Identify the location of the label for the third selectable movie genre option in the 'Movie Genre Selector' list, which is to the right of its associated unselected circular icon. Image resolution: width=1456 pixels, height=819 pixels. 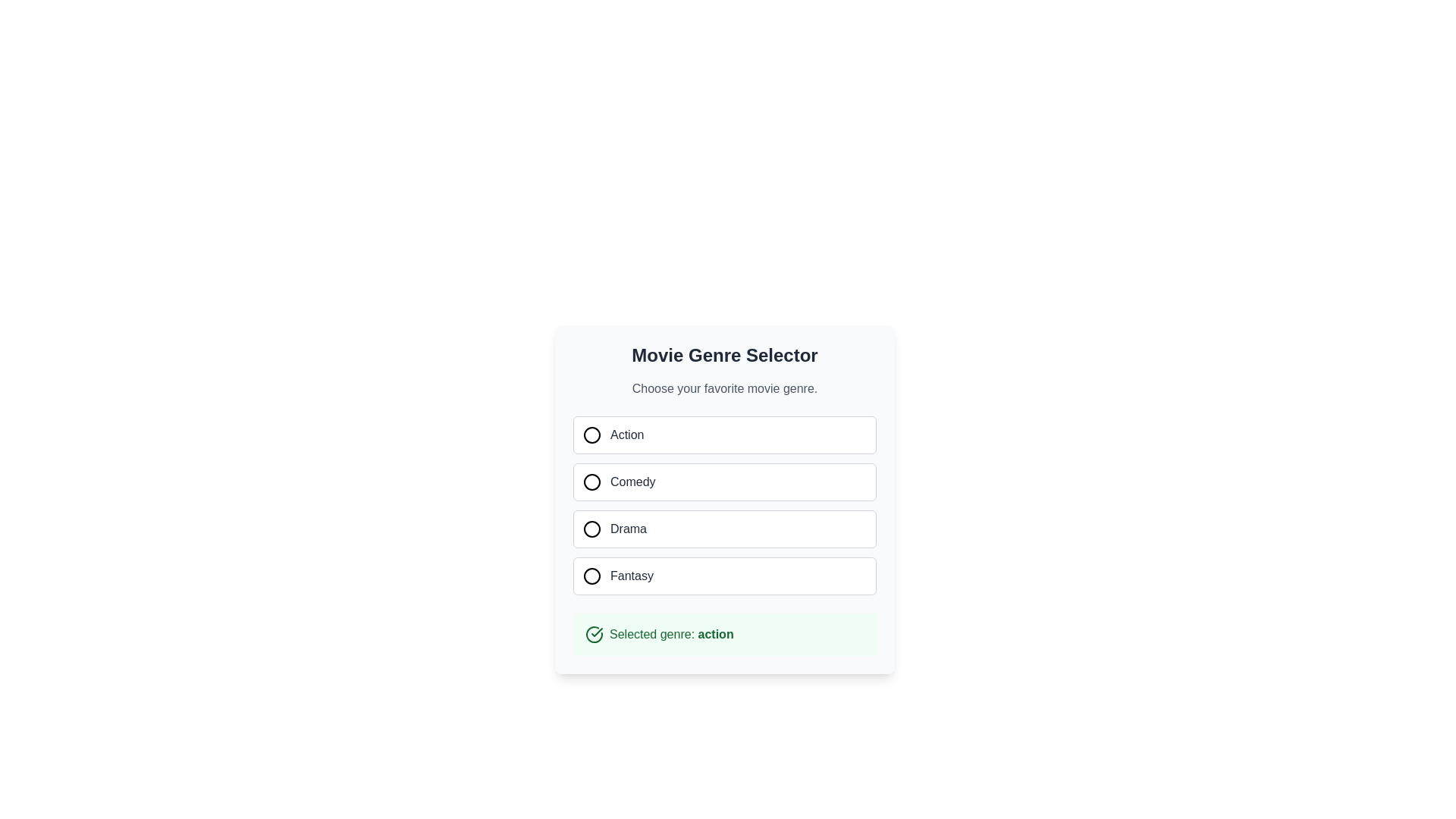
(629, 529).